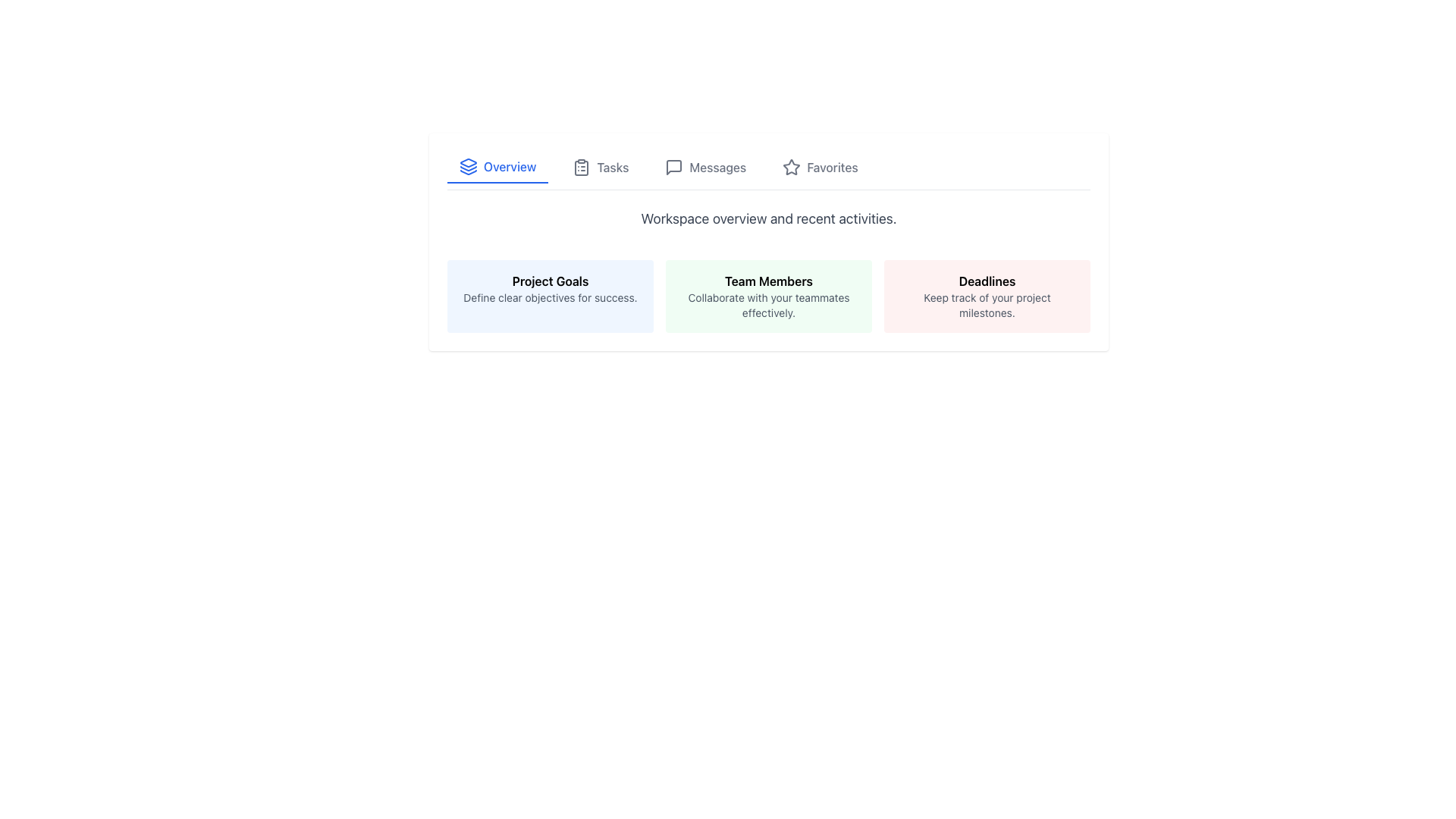  Describe the element at coordinates (549, 298) in the screenshot. I see `the text block that reads 'Define clear objectives for success.' which is styled in a small gray font and positioned below the 'Project Goals' heading` at that location.